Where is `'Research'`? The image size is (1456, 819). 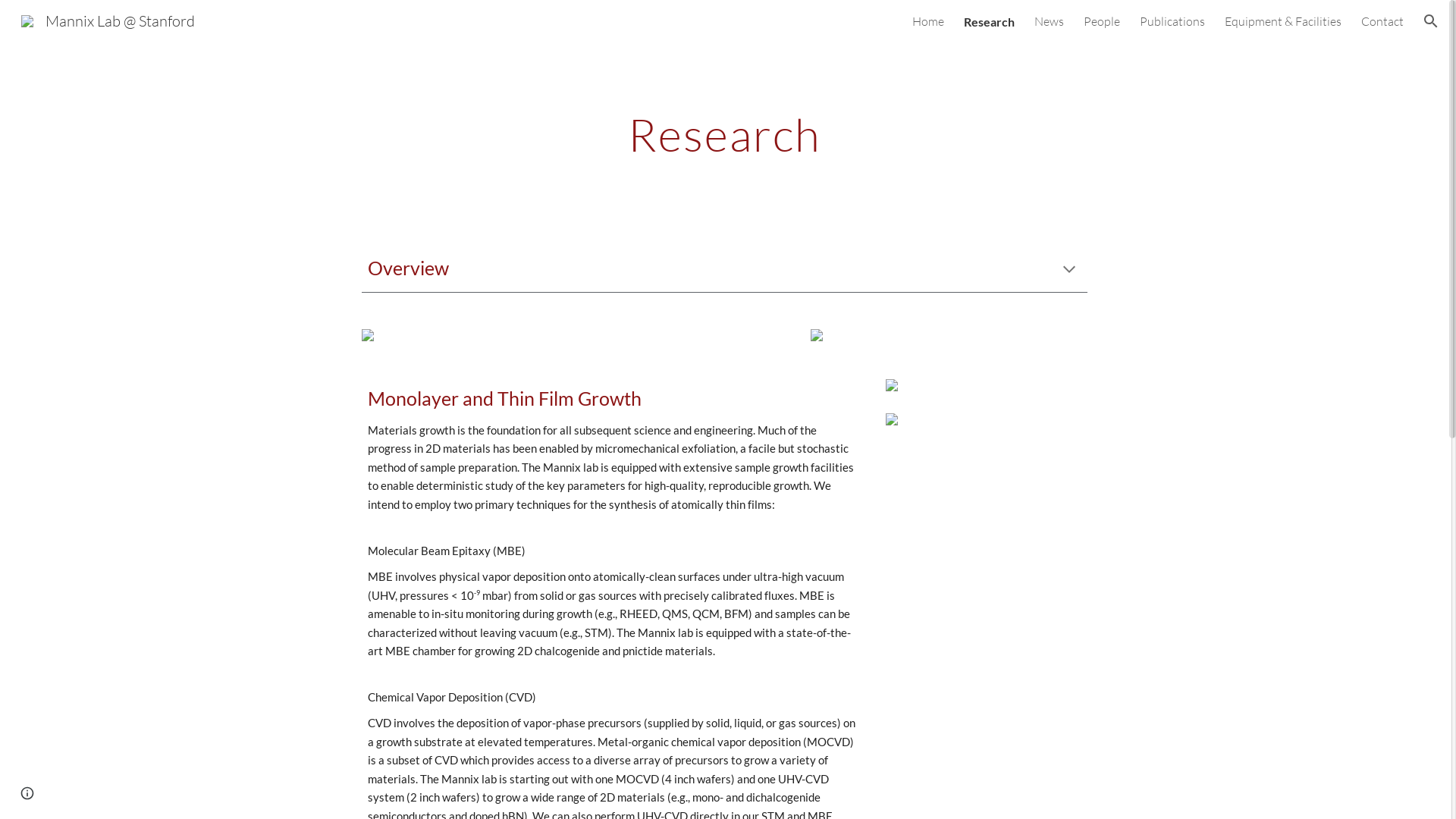 'Research' is located at coordinates (989, 20).